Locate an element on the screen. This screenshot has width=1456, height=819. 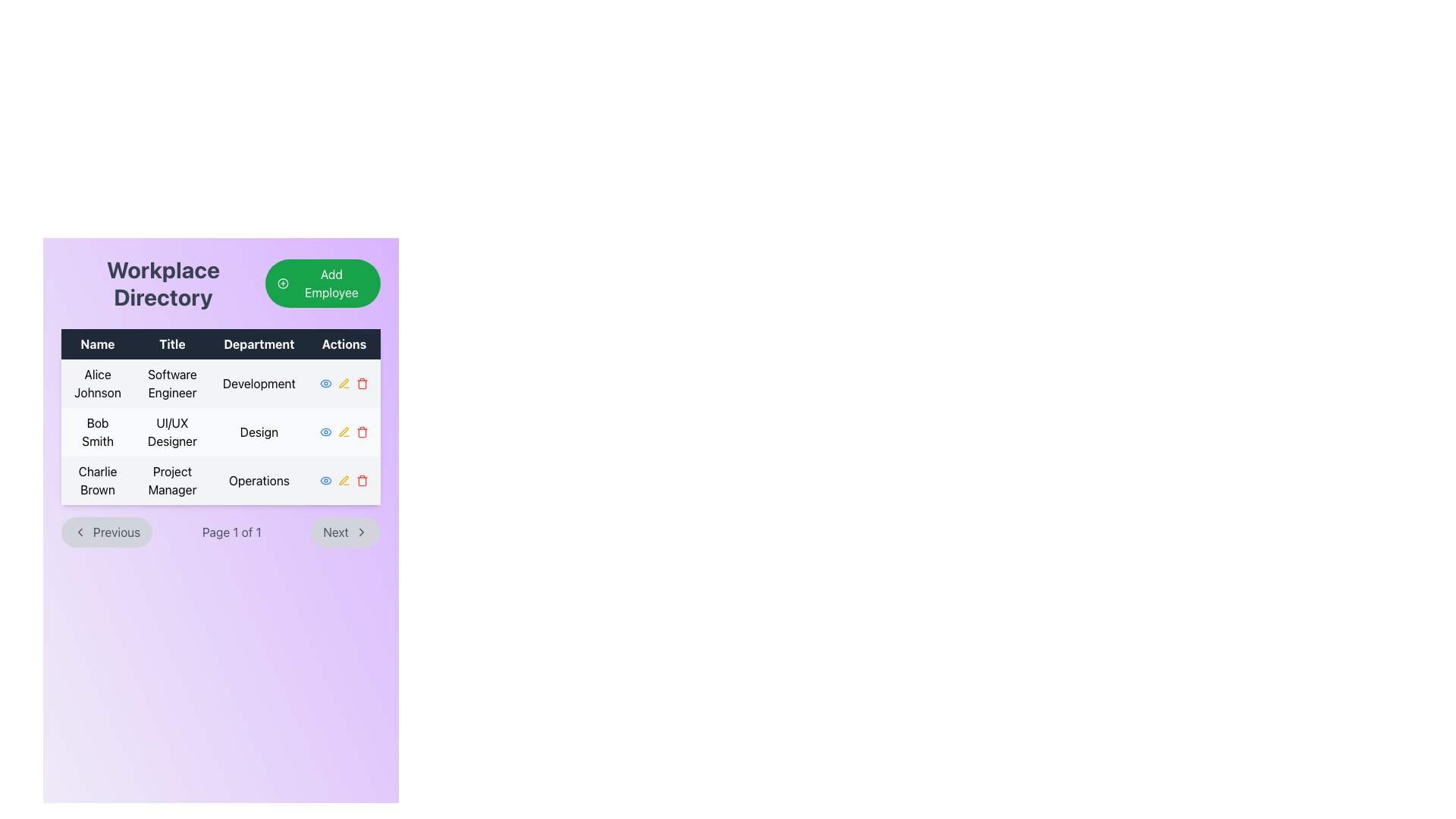
the Static text display in the 'Department' column of the first row, which provides information about Alice Johnson's department is located at coordinates (259, 382).